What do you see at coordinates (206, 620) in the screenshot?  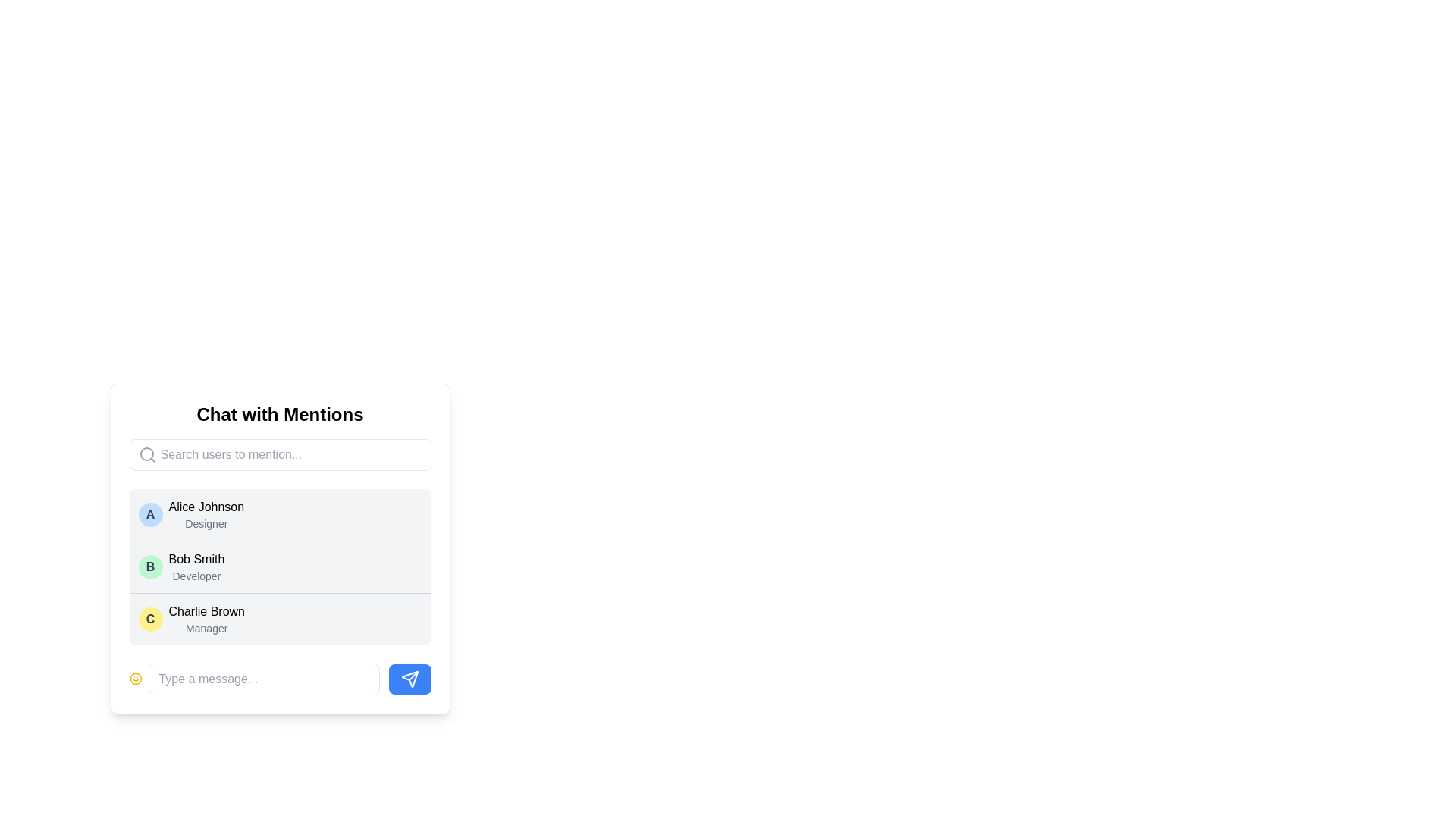 I see `the user profile text component displaying 'Charlie Brown' as the third entry in the vertical list of user profiles in the chat interface modal` at bounding box center [206, 620].